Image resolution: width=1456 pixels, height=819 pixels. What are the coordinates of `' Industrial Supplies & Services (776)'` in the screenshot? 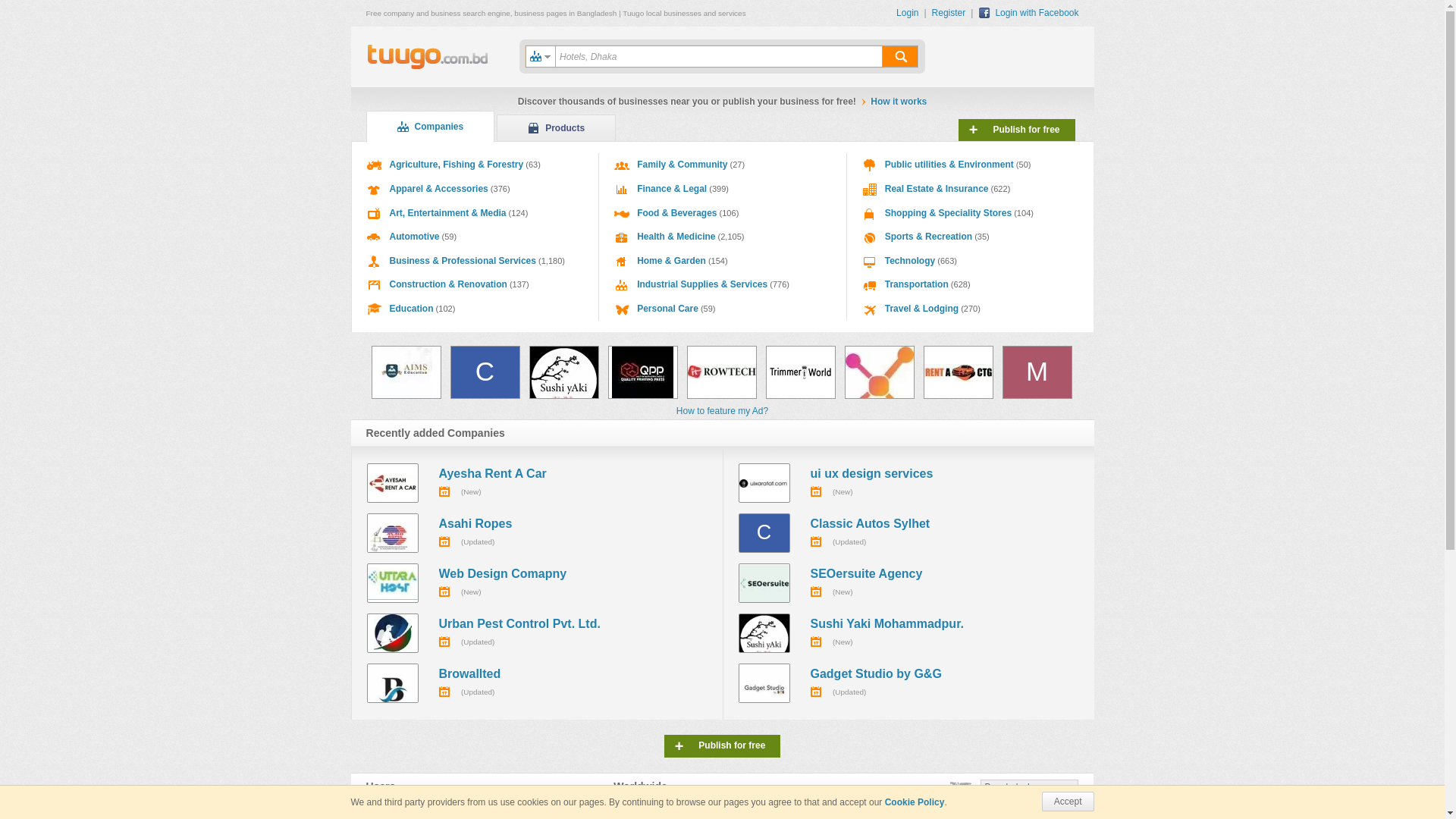 It's located at (722, 284).